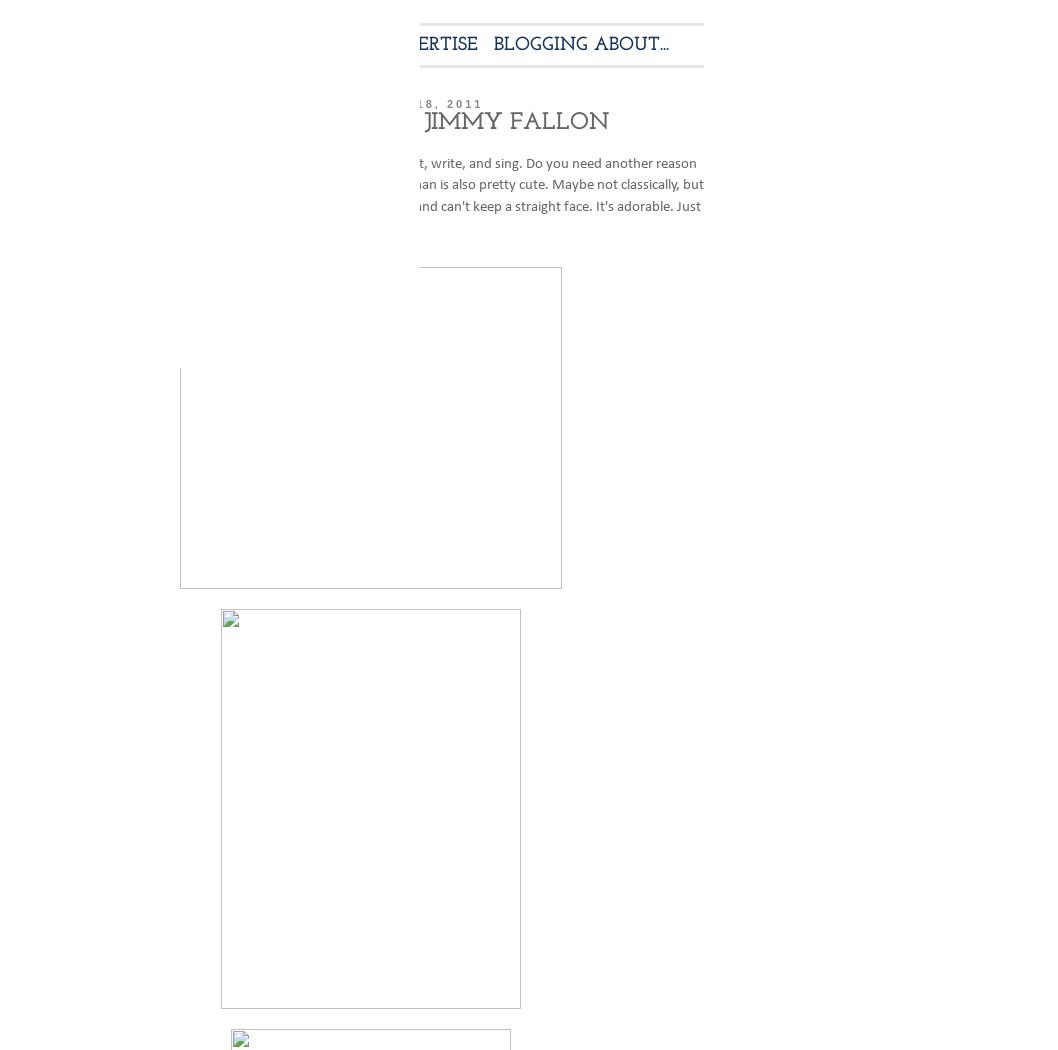 This screenshot has width=1058, height=1050. What do you see at coordinates (370, 121) in the screenshot?
I see `'Man Candy Monday: Jimmy Fallon'` at bounding box center [370, 121].